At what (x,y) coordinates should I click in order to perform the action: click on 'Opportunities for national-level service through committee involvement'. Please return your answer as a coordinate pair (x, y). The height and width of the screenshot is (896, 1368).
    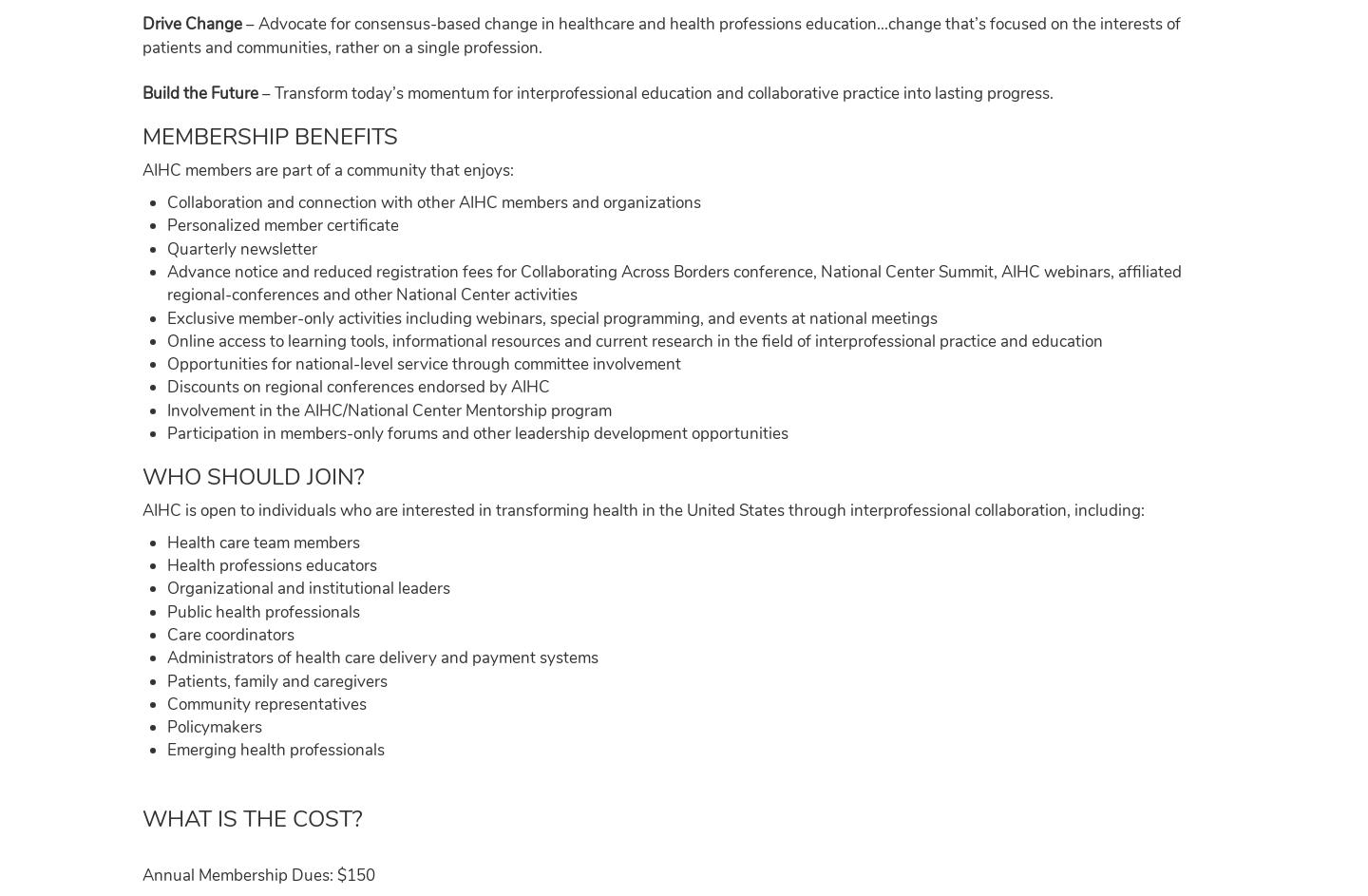
    Looking at the image, I should click on (164, 363).